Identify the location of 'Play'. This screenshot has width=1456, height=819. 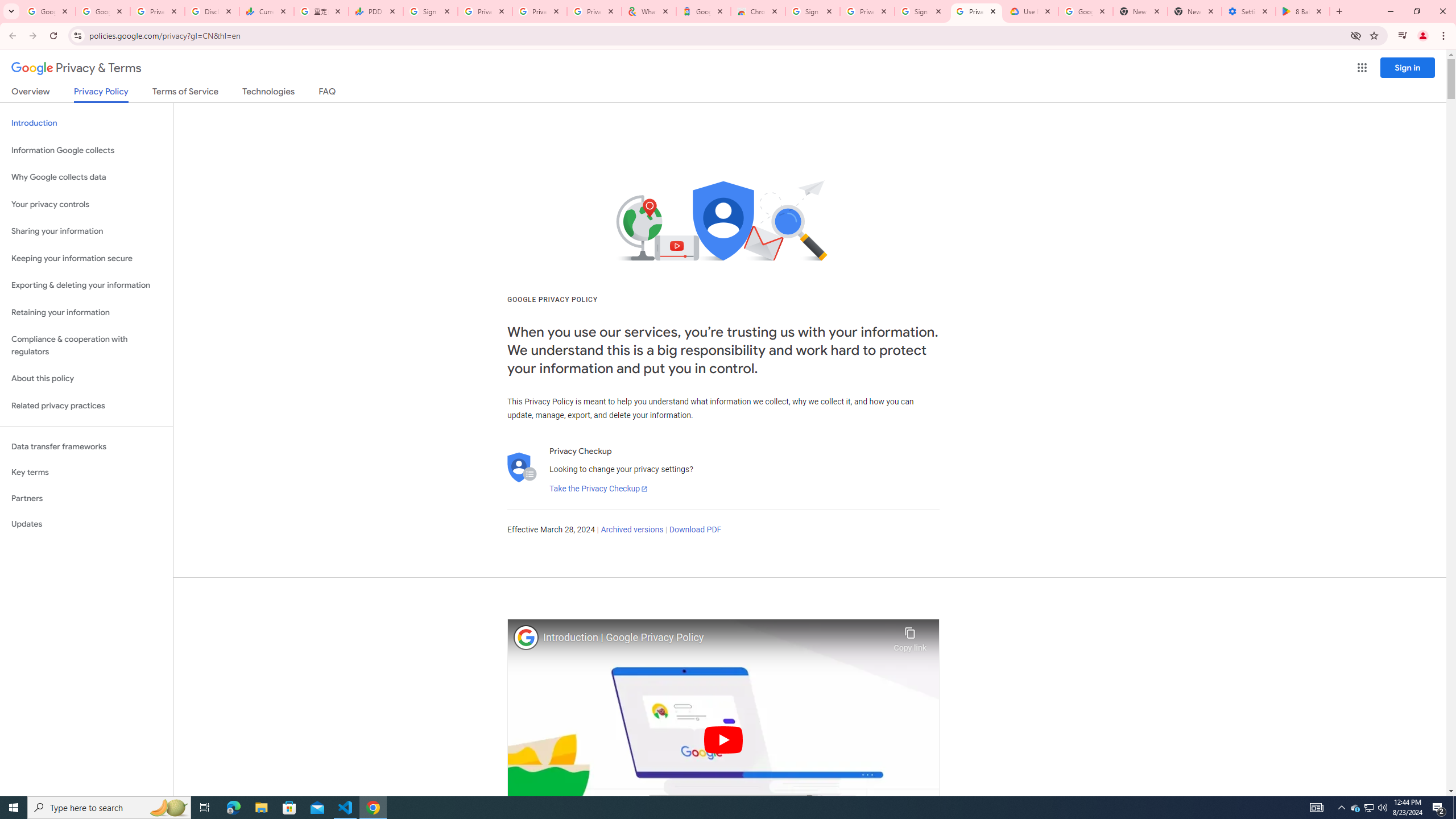
(723, 739).